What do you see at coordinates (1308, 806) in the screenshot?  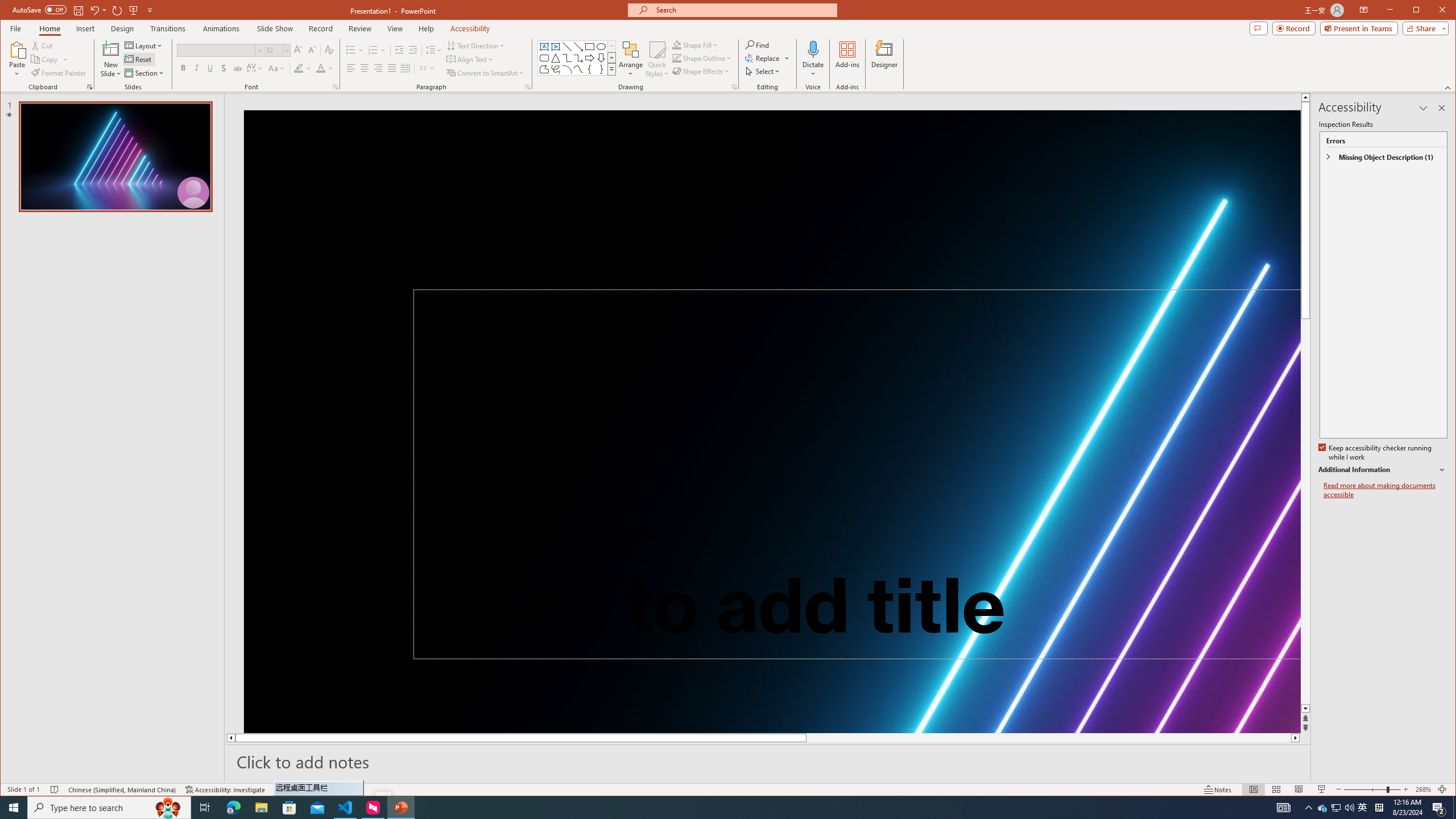 I see `'Notification Chevron'` at bounding box center [1308, 806].